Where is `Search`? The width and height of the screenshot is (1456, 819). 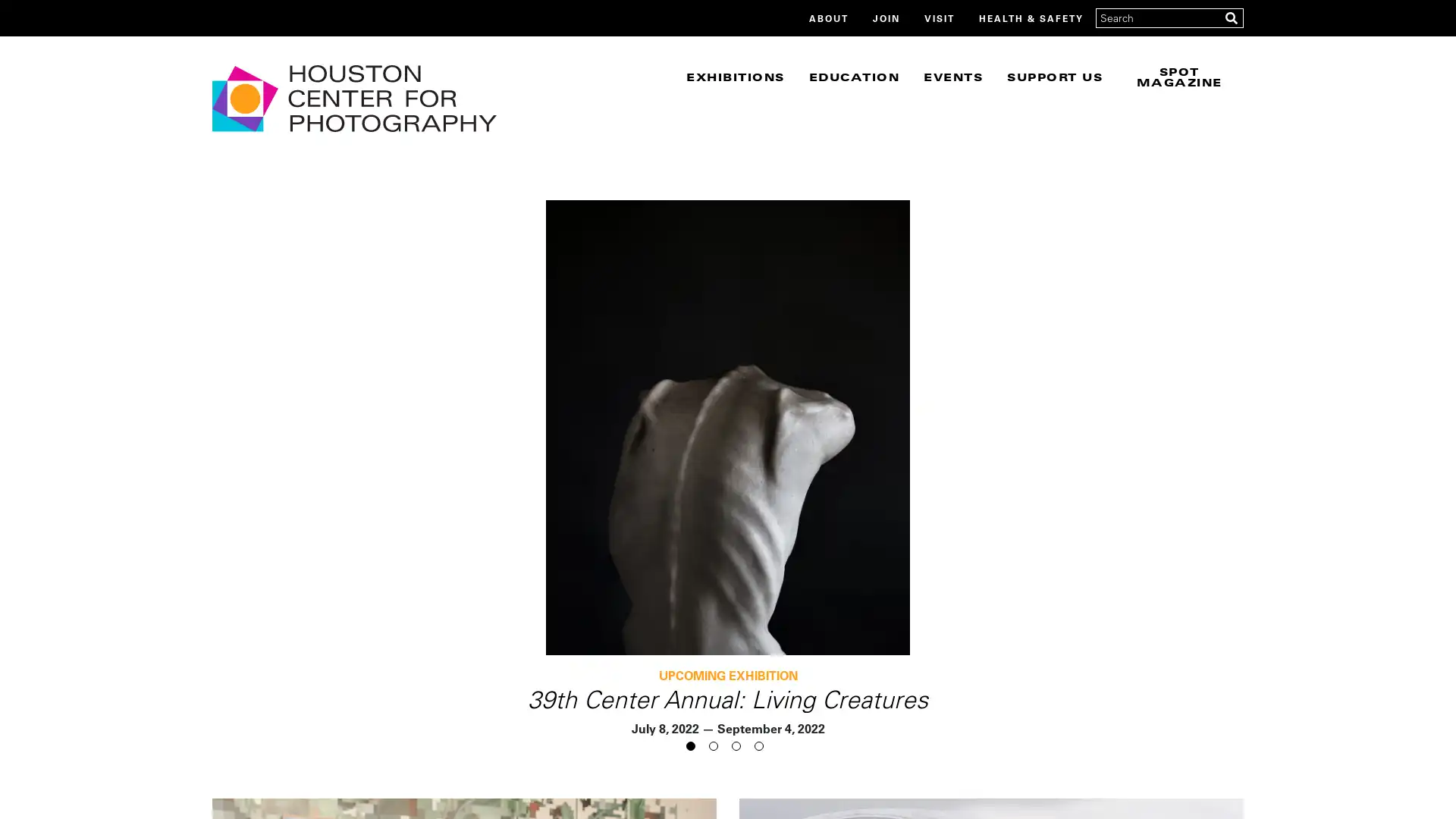
Search is located at coordinates (1231, 17).